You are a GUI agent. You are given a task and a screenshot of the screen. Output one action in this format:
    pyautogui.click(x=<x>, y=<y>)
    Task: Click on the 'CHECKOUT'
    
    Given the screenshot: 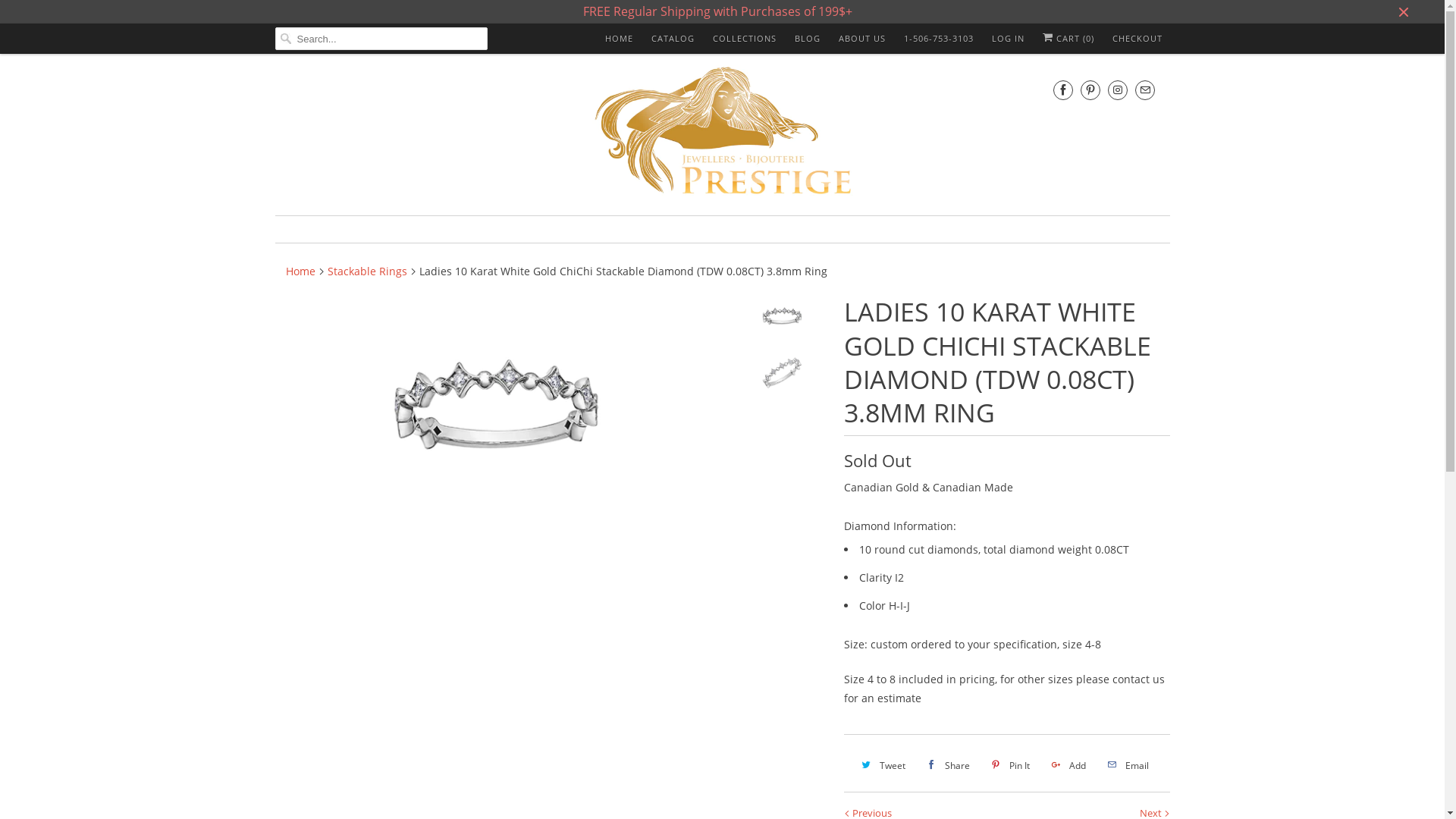 What is the action you would take?
    pyautogui.click(x=1111, y=37)
    